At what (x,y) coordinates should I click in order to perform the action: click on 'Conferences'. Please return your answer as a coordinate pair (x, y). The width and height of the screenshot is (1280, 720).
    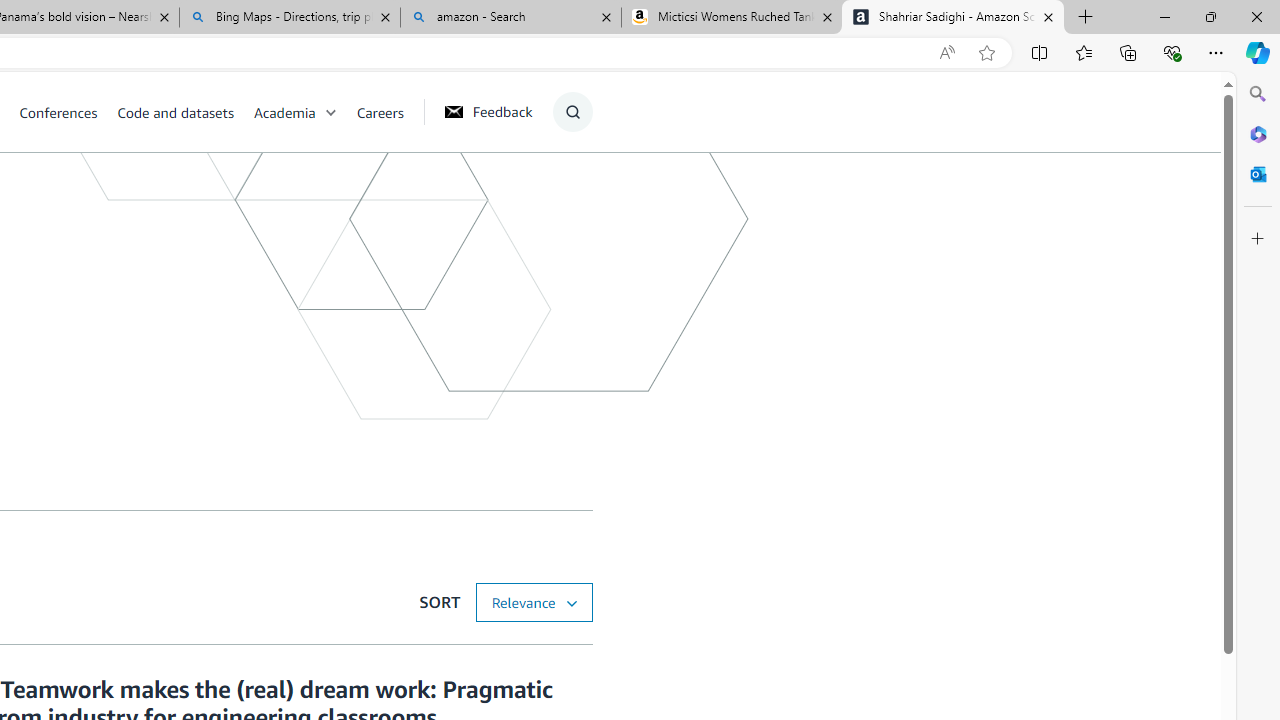
    Looking at the image, I should click on (58, 111).